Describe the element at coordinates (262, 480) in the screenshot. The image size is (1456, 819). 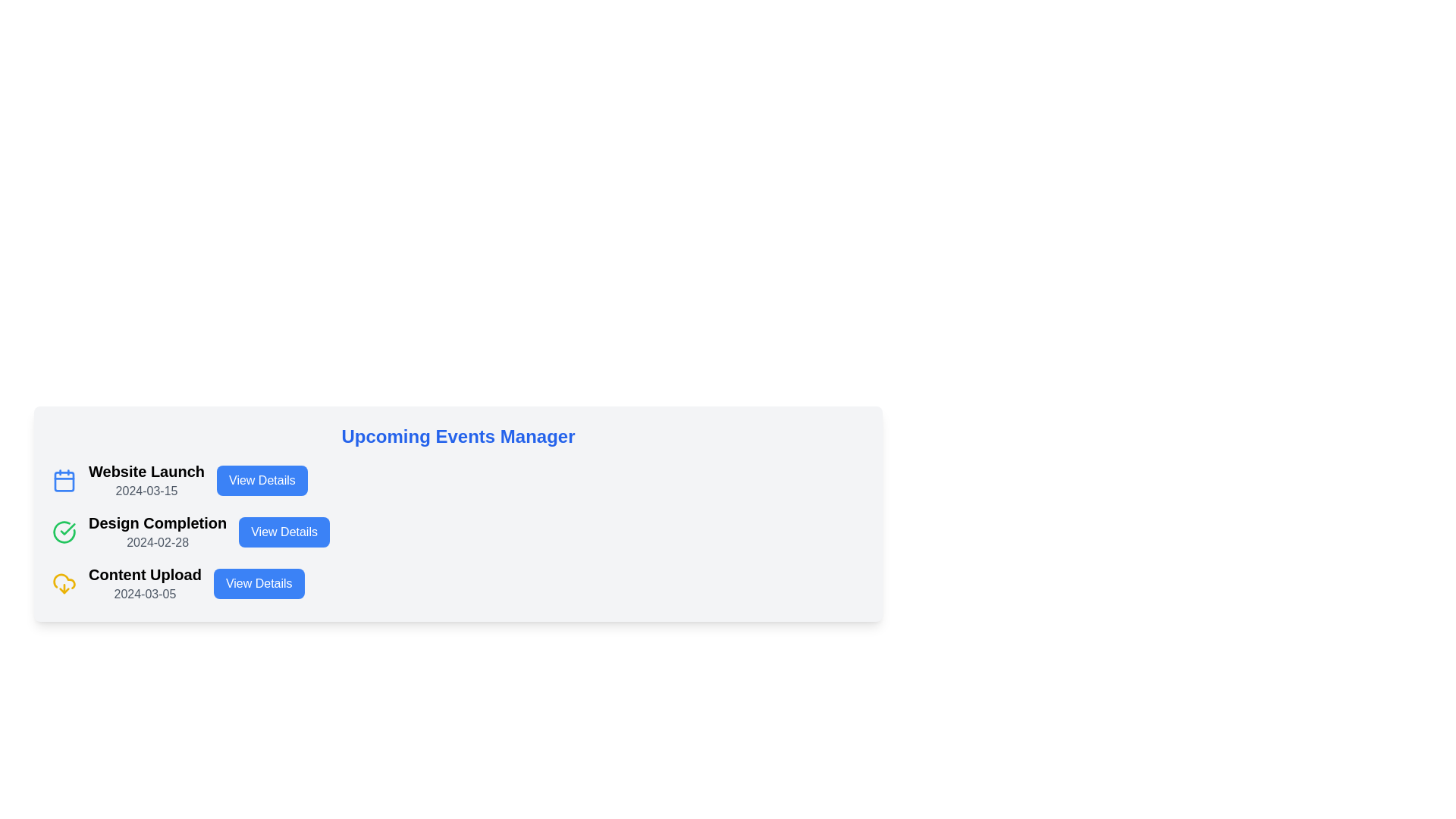
I see `the vibrant blue button labeled 'View Details' with rounded corners` at that location.